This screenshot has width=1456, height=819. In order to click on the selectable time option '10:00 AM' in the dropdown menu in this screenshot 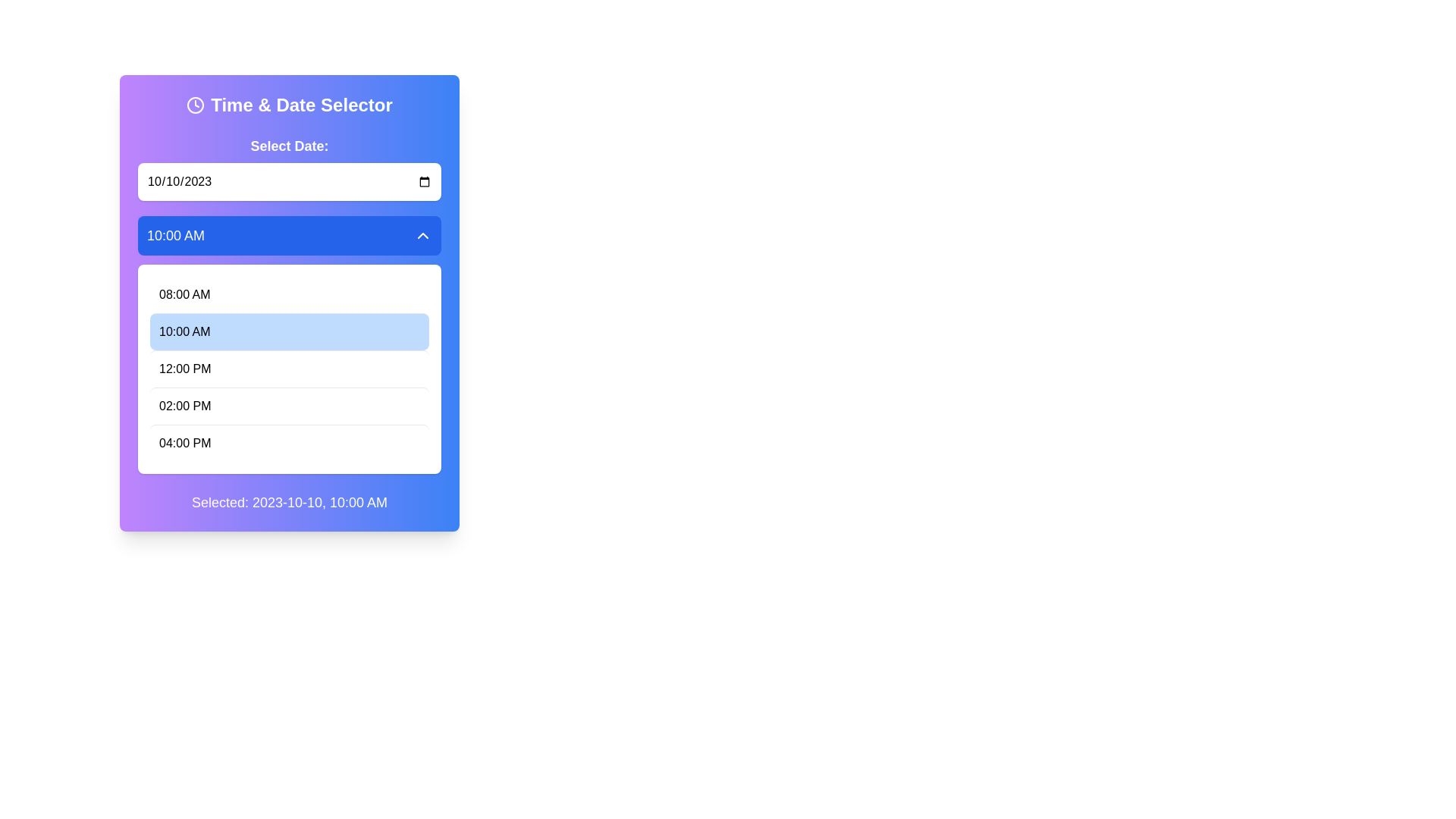, I will do `click(290, 331)`.